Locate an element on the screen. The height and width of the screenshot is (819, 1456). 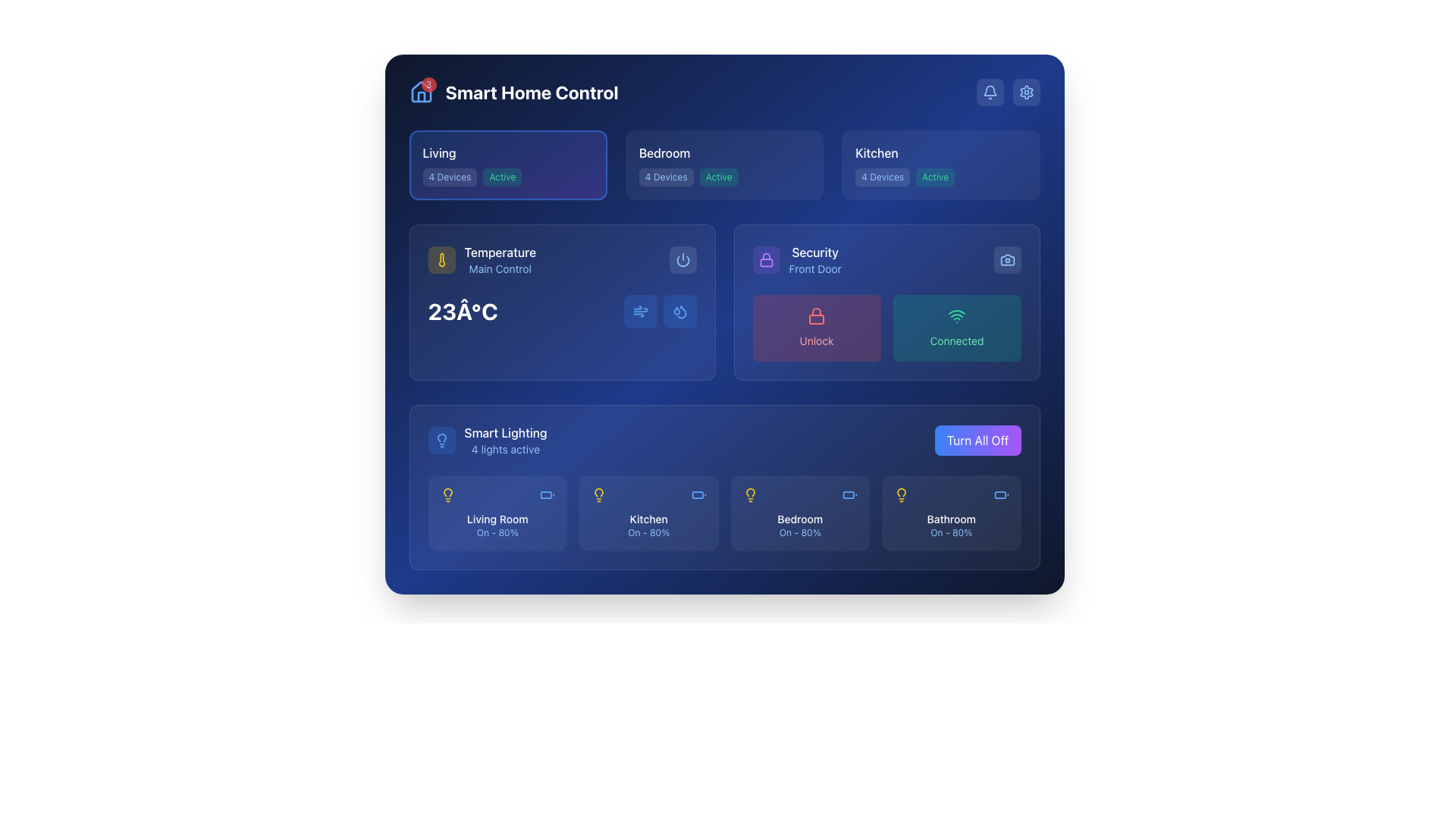
the Text label that identifies the light group in the 'Bathroom' area, located at the bottom of the respective card in the 'Smart Lighting' section is located at coordinates (950, 519).